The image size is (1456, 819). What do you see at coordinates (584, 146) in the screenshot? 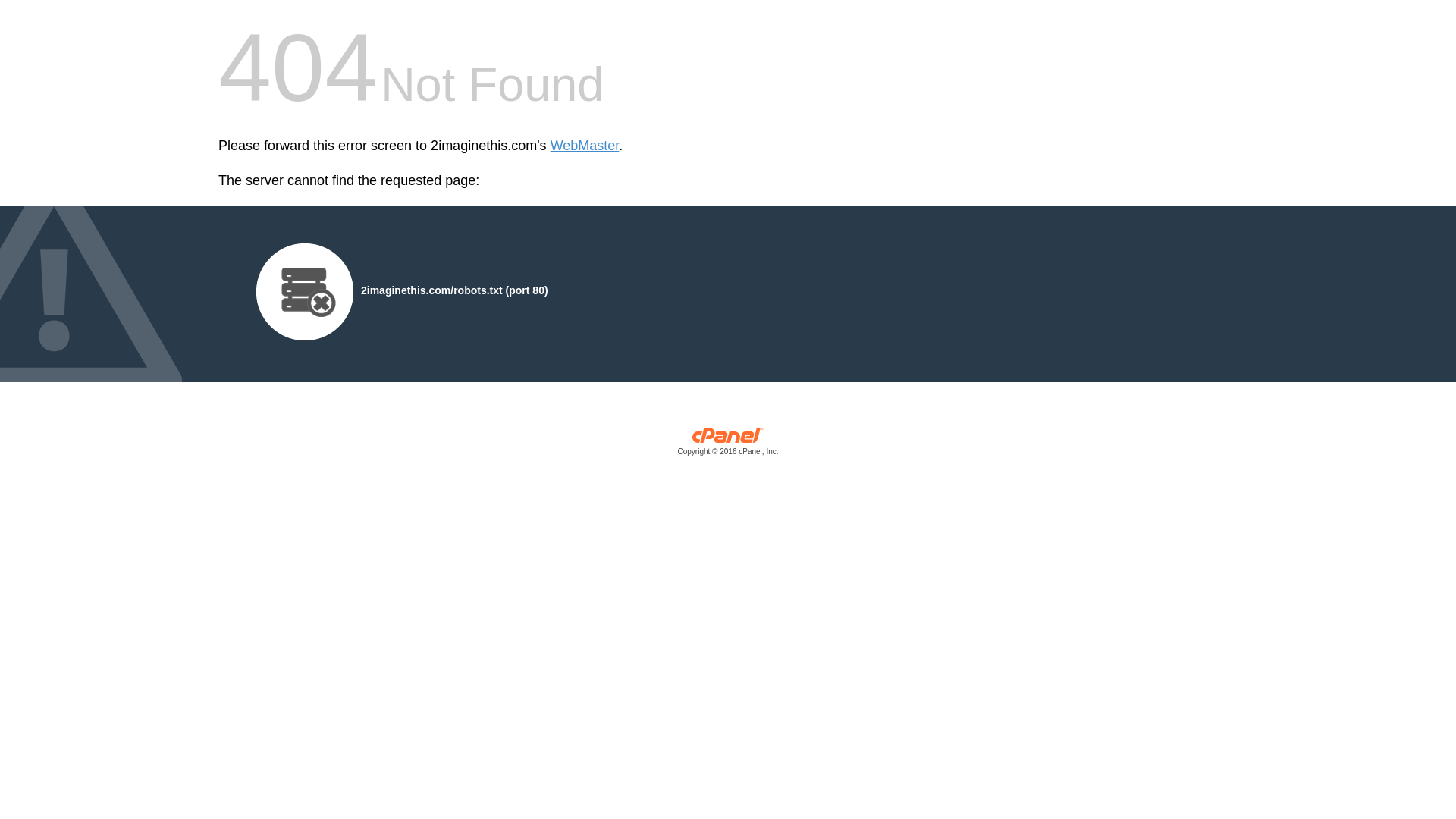
I see `'WebMaster'` at bounding box center [584, 146].